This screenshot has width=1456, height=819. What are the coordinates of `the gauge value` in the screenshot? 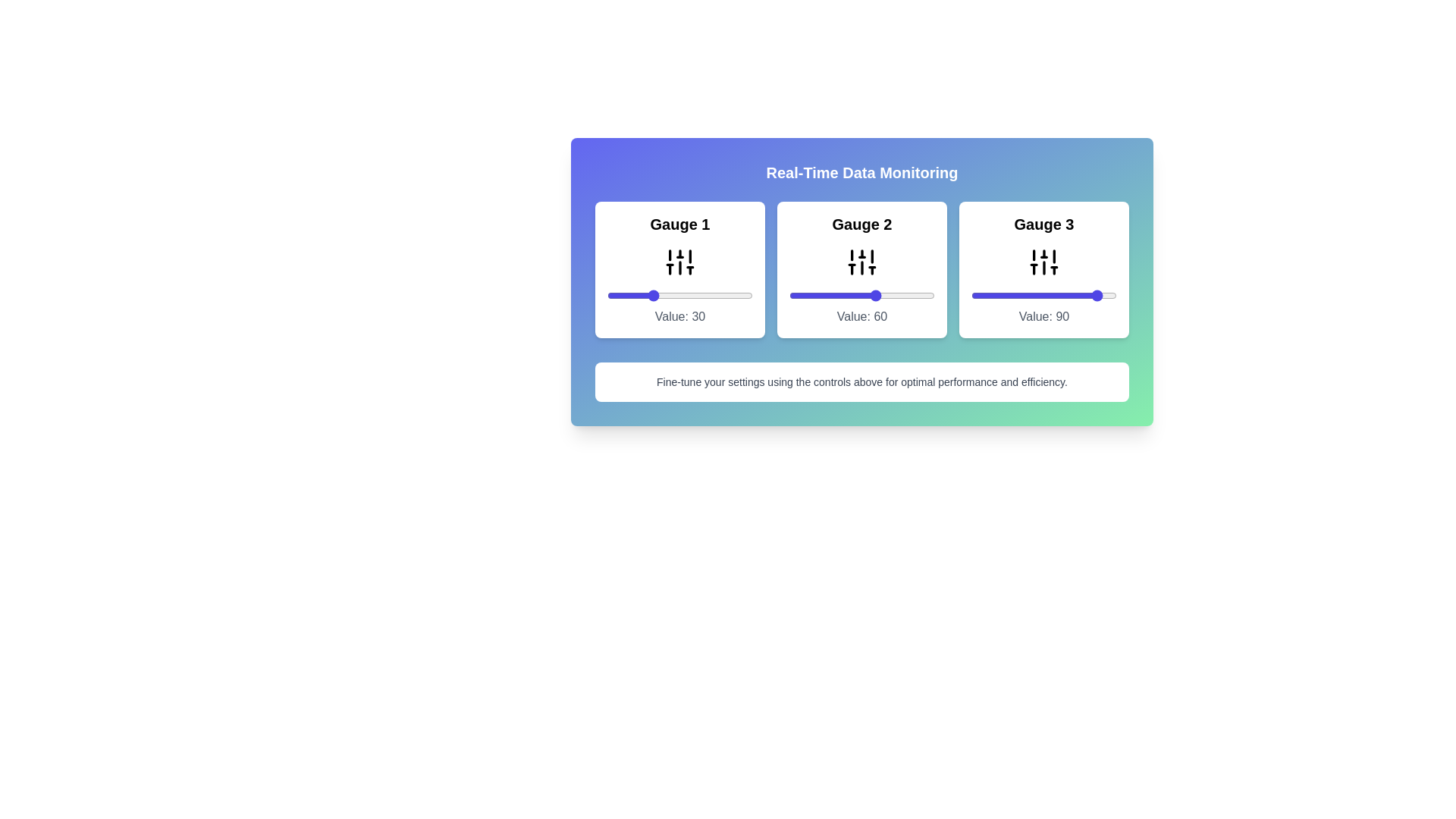 It's located at (619, 295).